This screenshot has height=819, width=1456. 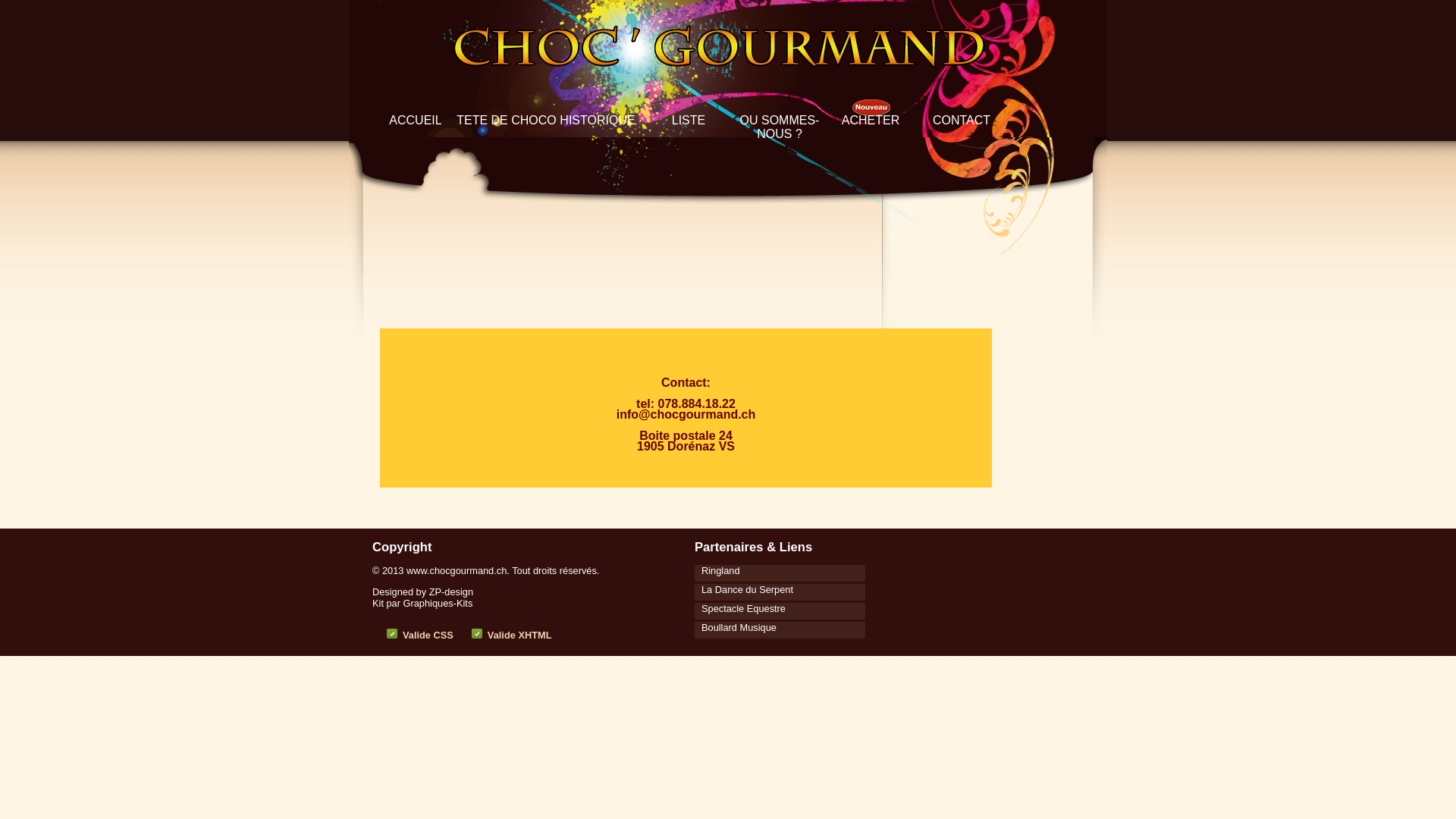 What do you see at coordinates (780, 126) in the screenshot?
I see `'OU SOMMES-NOUS ?'` at bounding box center [780, 126].